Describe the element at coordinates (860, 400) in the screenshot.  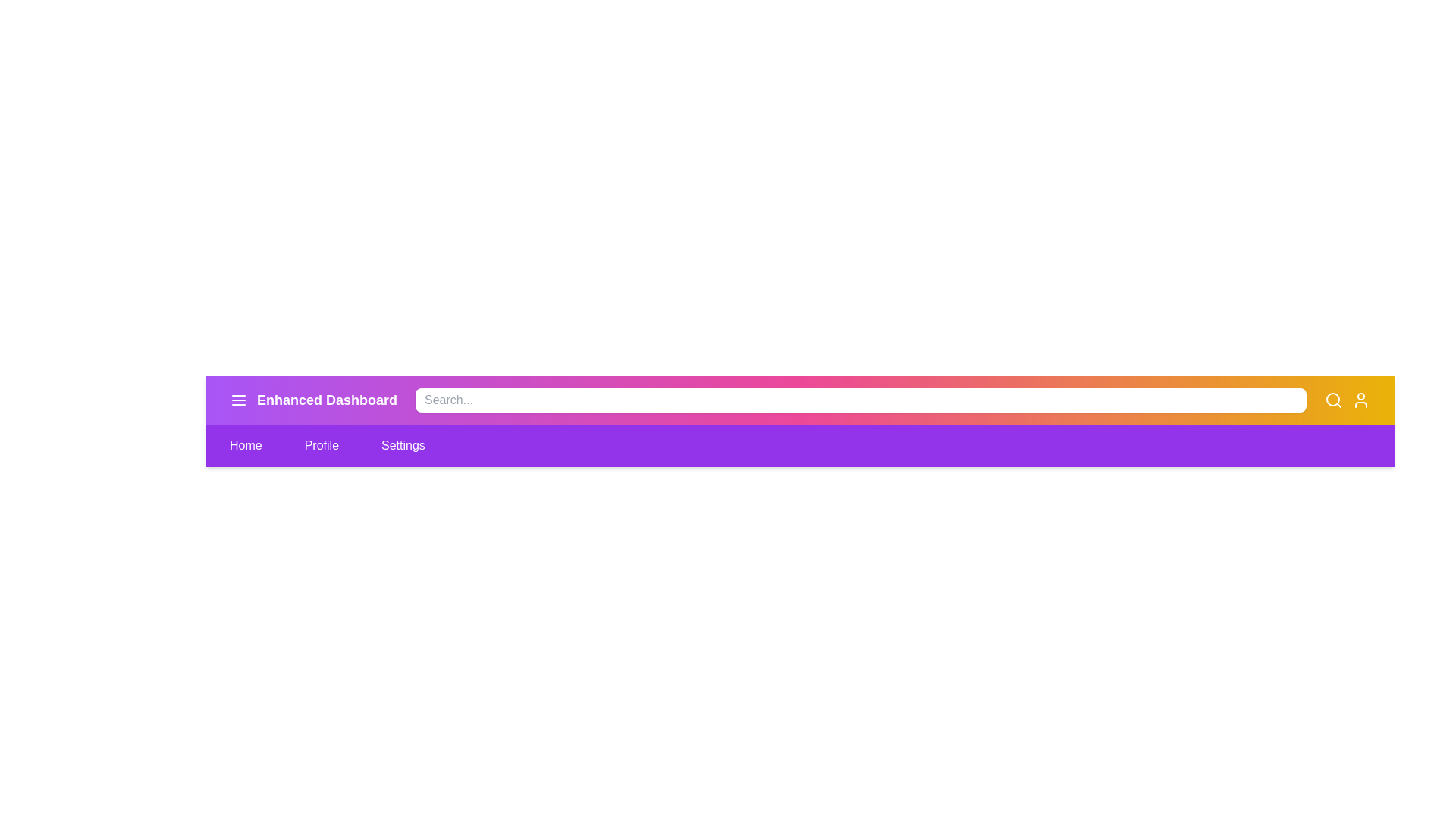
I see `the search bar and type 'example text'` at that location.